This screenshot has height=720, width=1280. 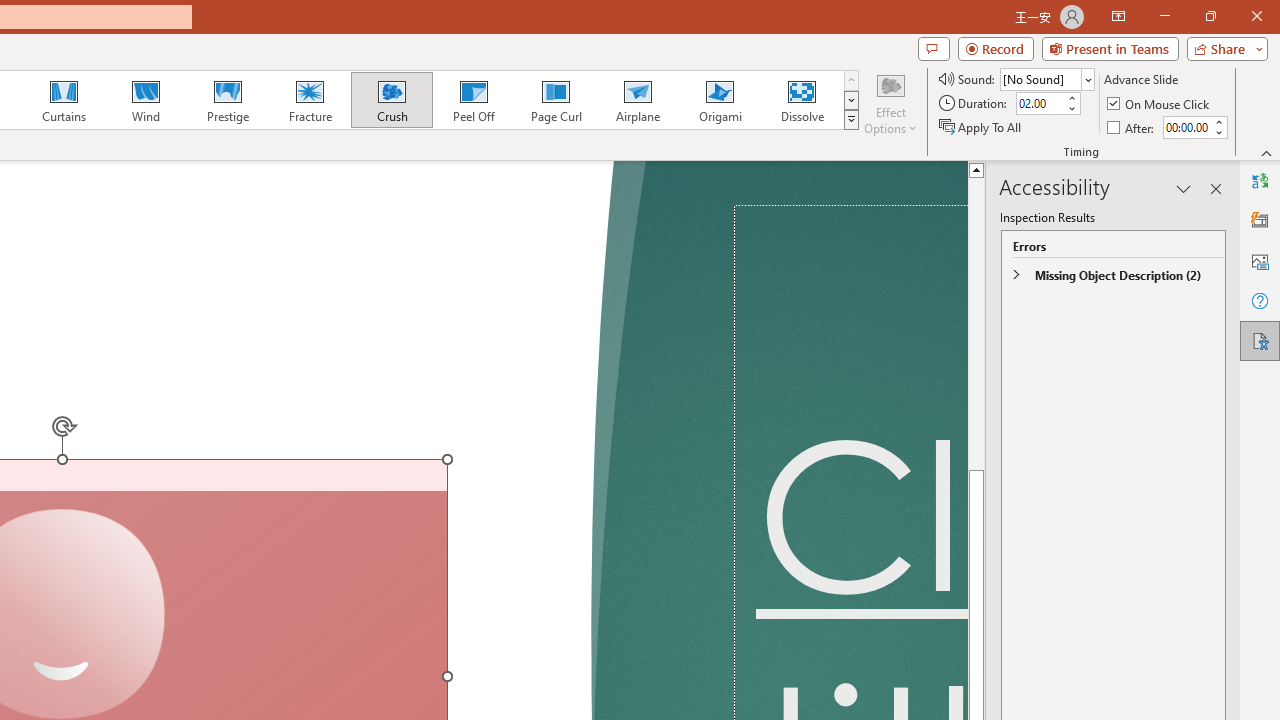 I want to click on 'Sound', so click(x=1046, y=78).